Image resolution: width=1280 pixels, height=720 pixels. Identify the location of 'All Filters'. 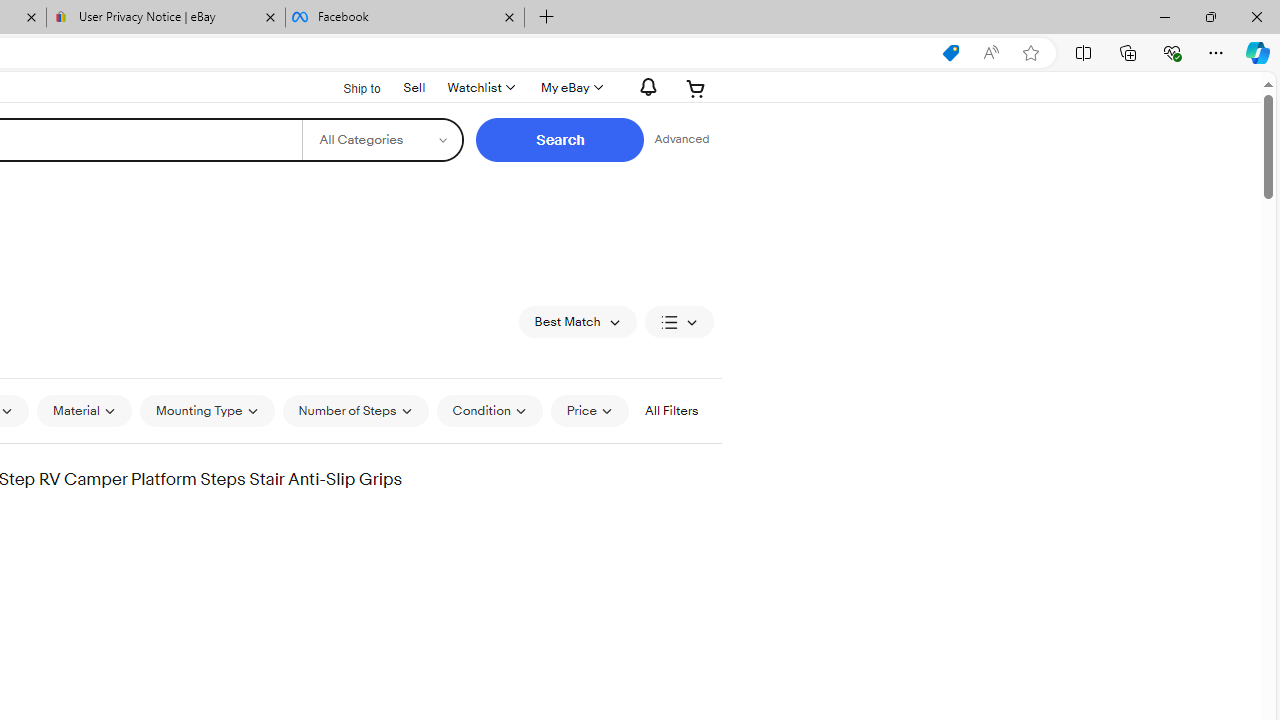
(671, 410).